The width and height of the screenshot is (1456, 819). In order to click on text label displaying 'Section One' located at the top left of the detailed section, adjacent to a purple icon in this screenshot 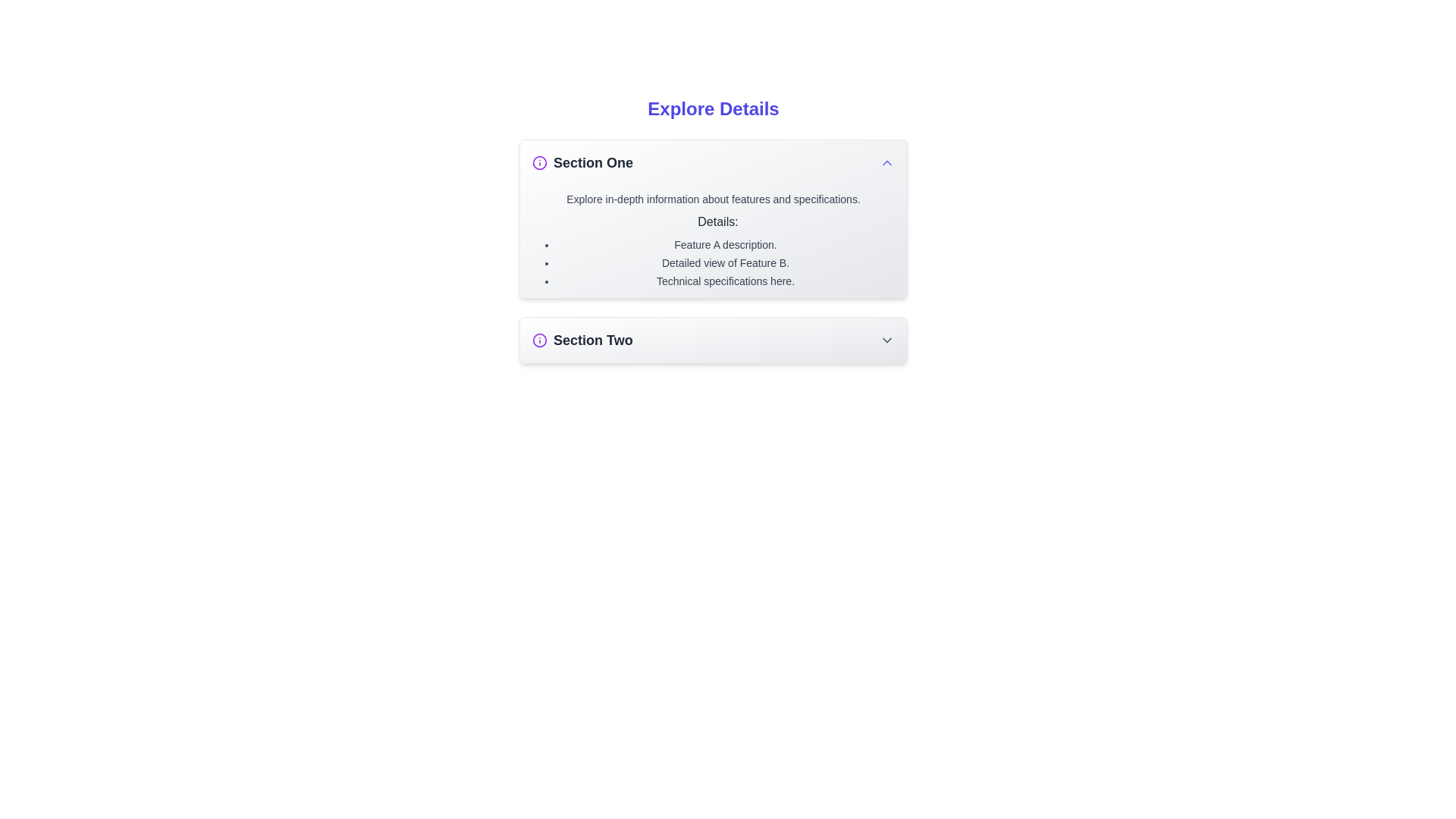, I will do `click(592, 163)`.